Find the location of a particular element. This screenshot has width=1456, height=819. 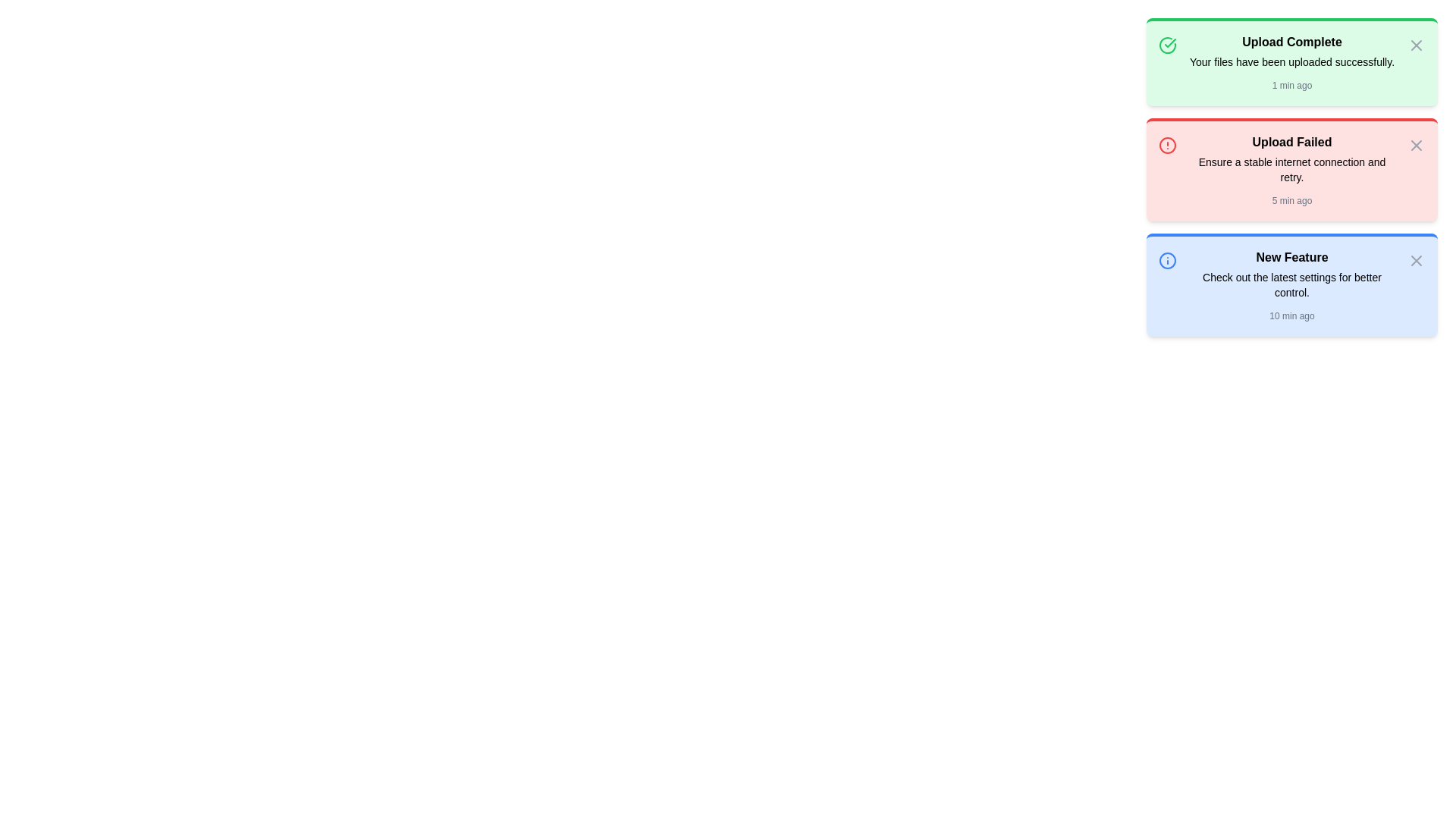

the green checkmark-style icon located in the top left corner of the 'Upload Complete' notification panel is located at coordinates (1167, 45).